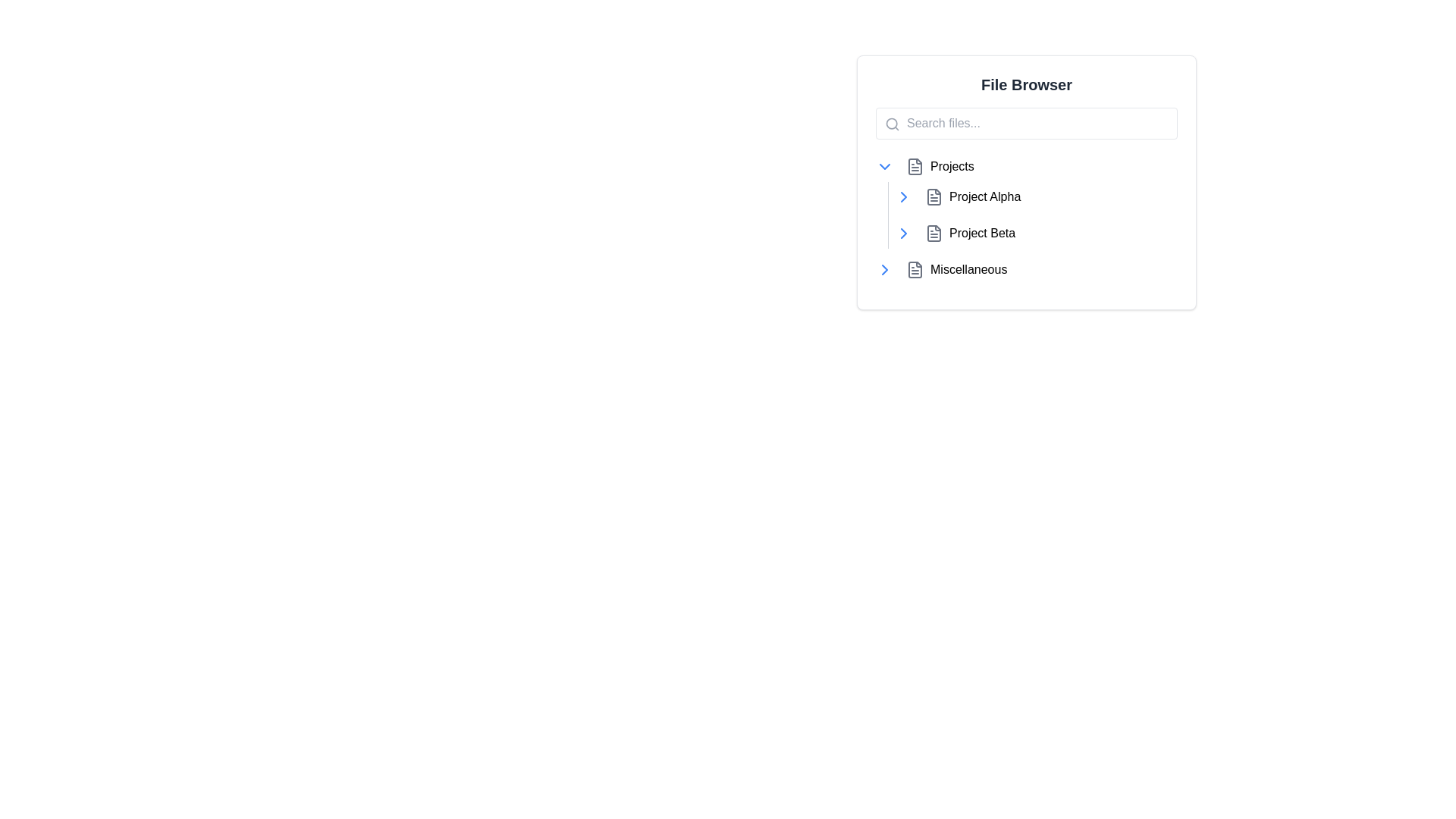 Image resolution: width=1456 pixels, height=819 pixels. I want to click on the small gray magnifying glass icon located in the top-left region of the search bar, positioned left-aligned near the placeholder text 'Search files...', so click(892, 124).